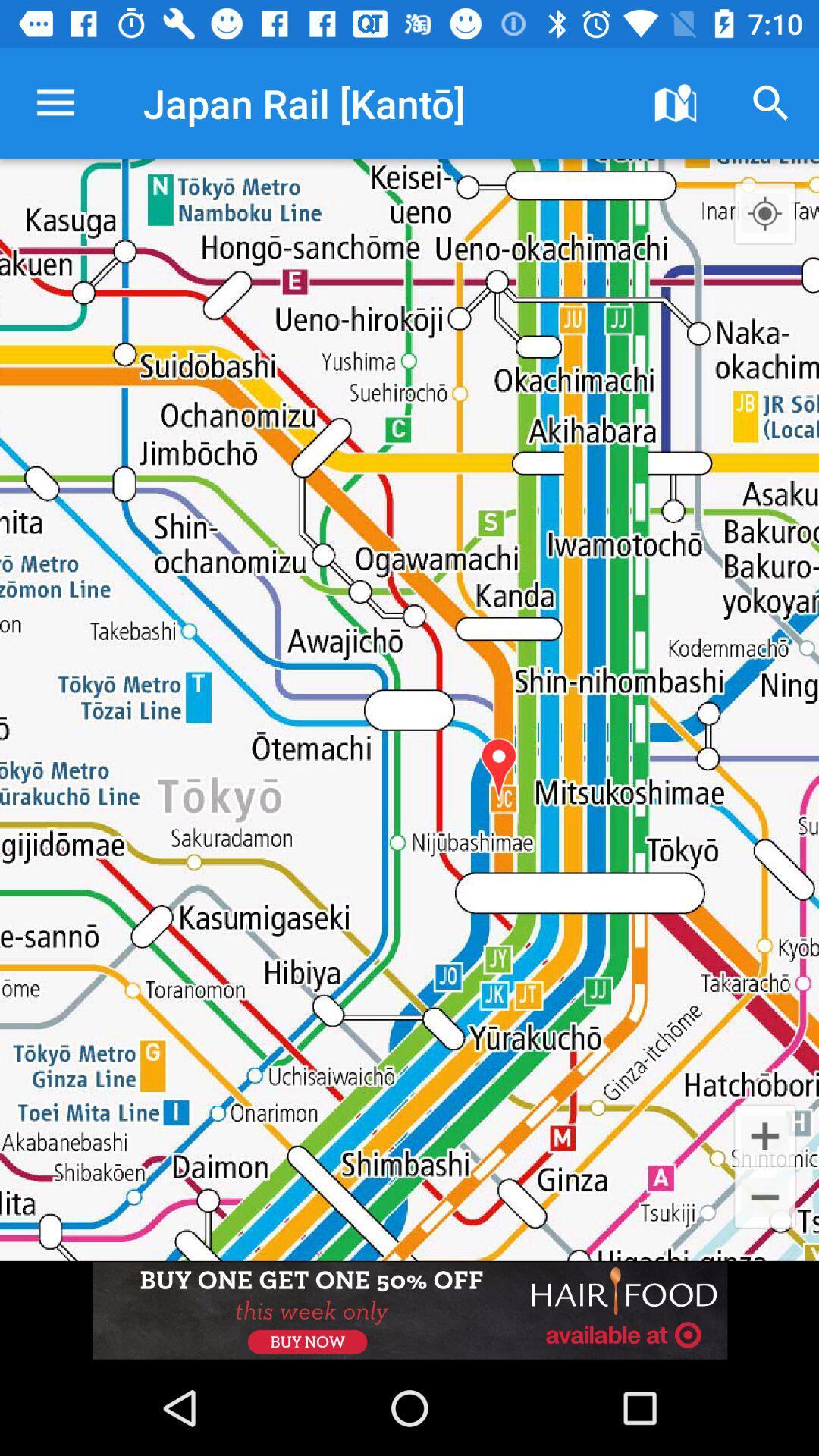 This screenshot has height=1456, width=819. What do you see at coordinates (409, 1310) in the screenshot?
I see `open this advertisement` at bounding box center [409, 1310].